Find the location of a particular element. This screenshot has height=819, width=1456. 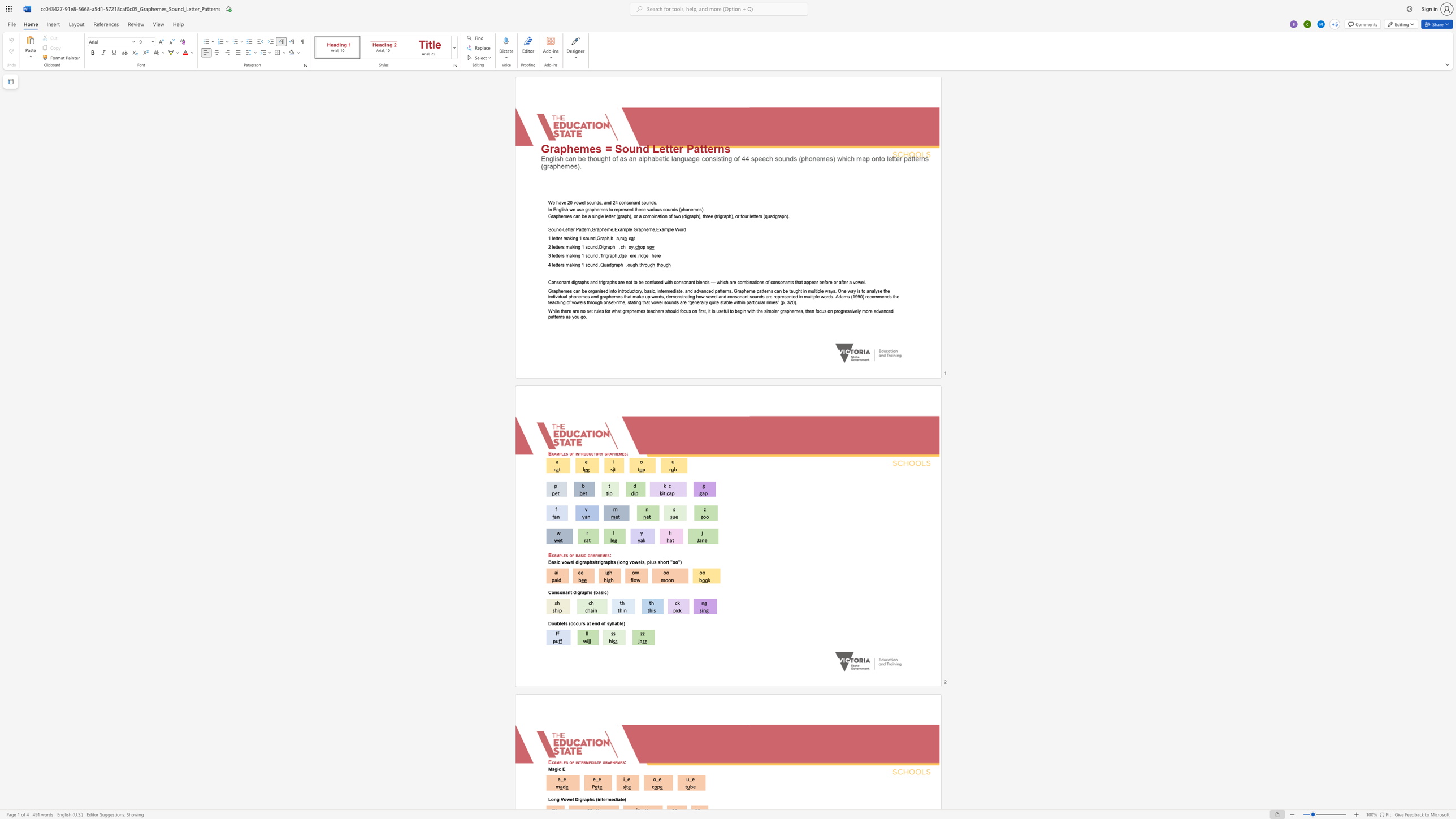

the 5th character "o" in the text is located at coordinates (644, 202).